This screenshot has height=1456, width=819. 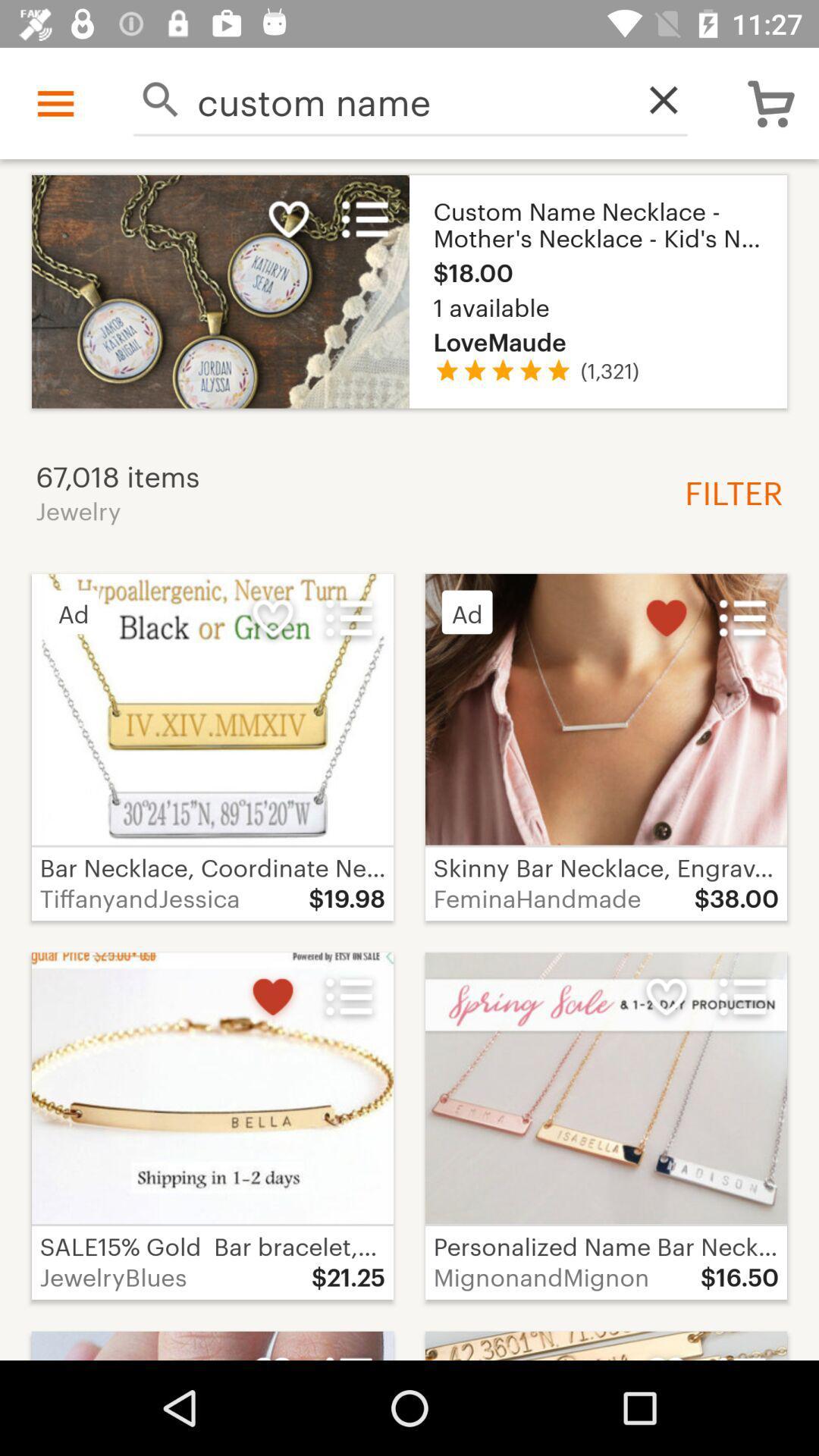 What do you see at coordinates (727, 491) in the screenshot?
I see `the icon to the right of 67,018 items icon` at bounding box center [727, 491].